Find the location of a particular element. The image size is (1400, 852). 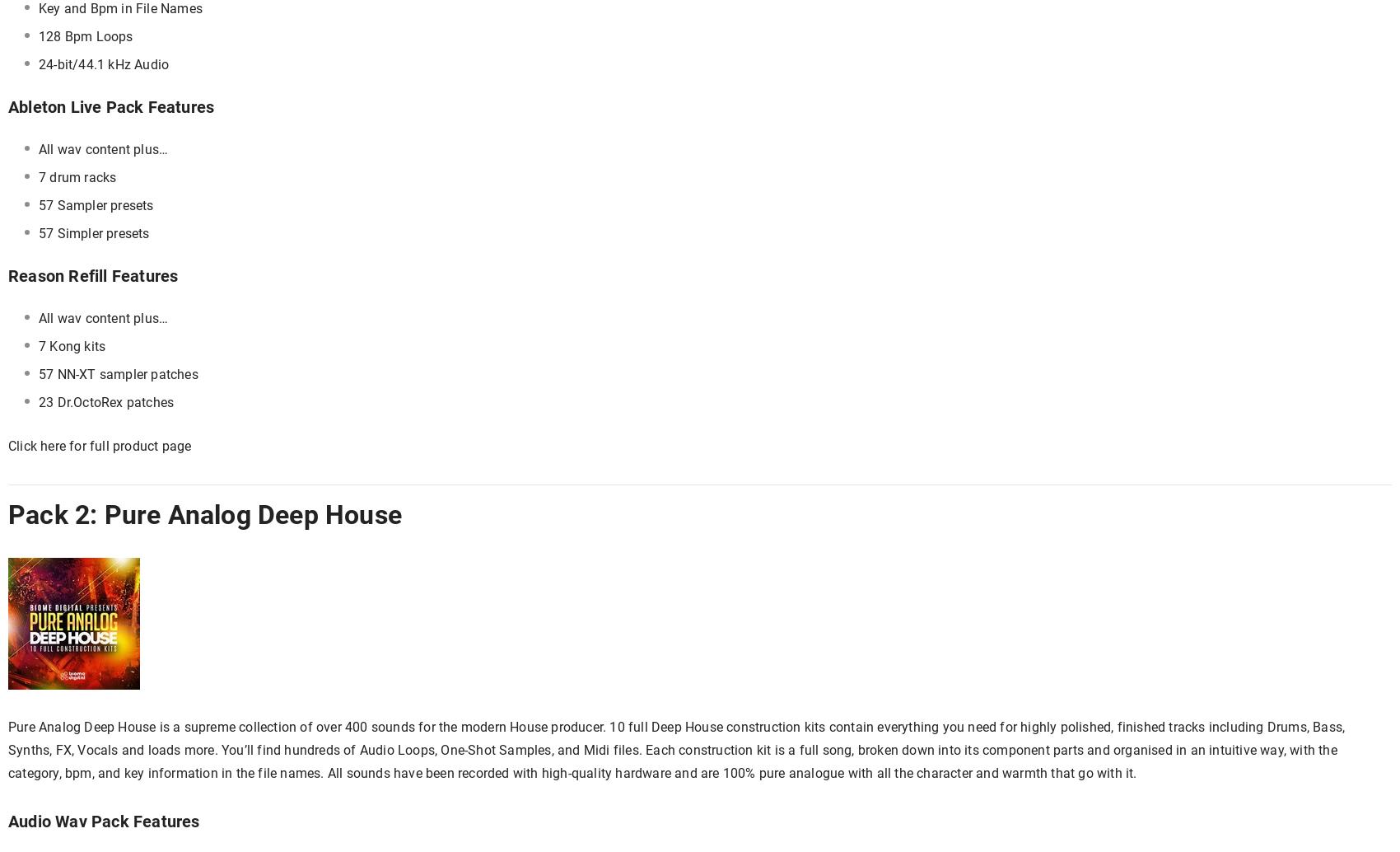

'57 NN-XT sampler patches' is located at coordinates (117, 373).